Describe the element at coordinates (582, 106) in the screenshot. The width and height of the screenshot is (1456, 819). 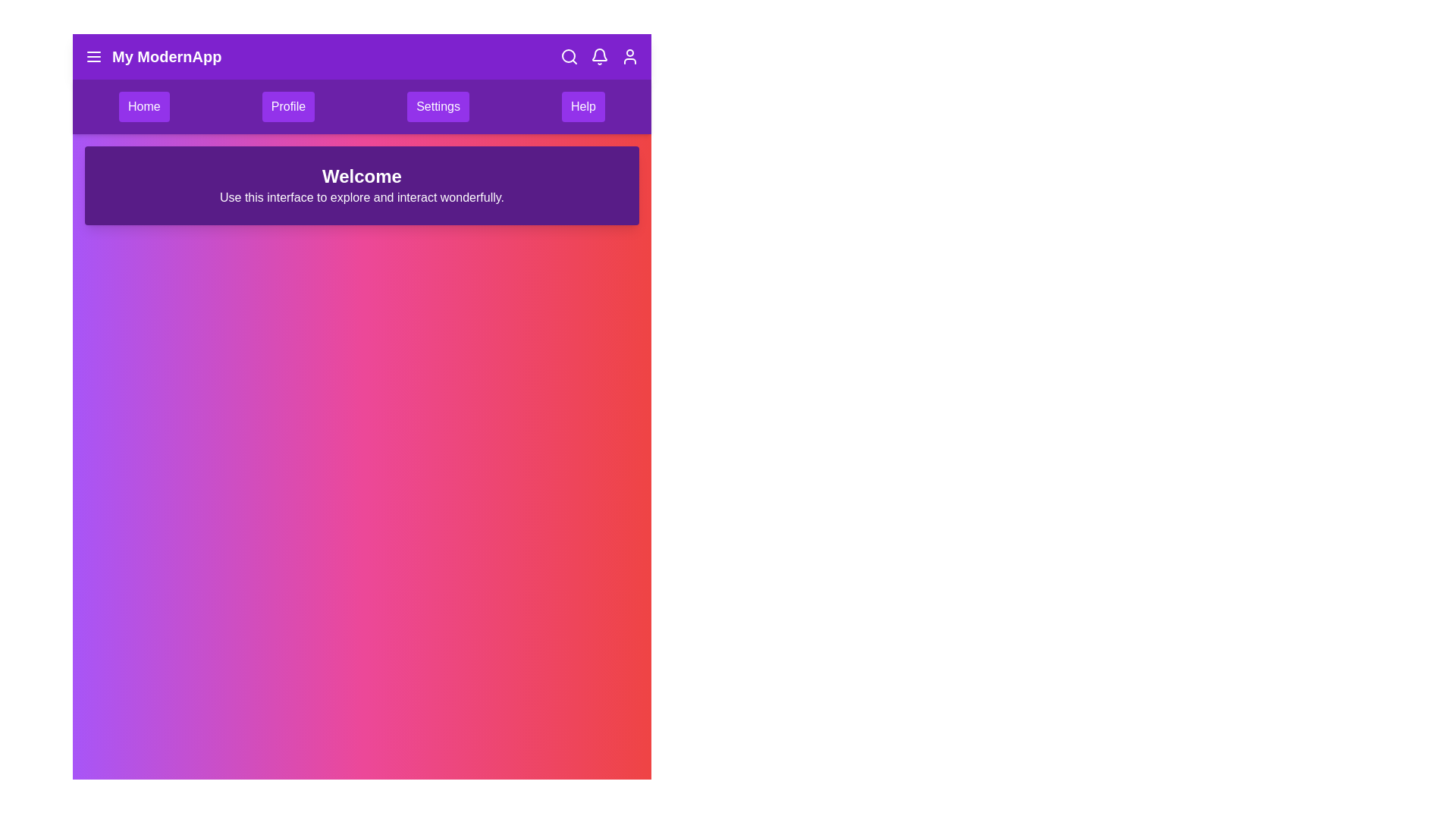
I see `the menu item Help to see its hover effect` at that location.